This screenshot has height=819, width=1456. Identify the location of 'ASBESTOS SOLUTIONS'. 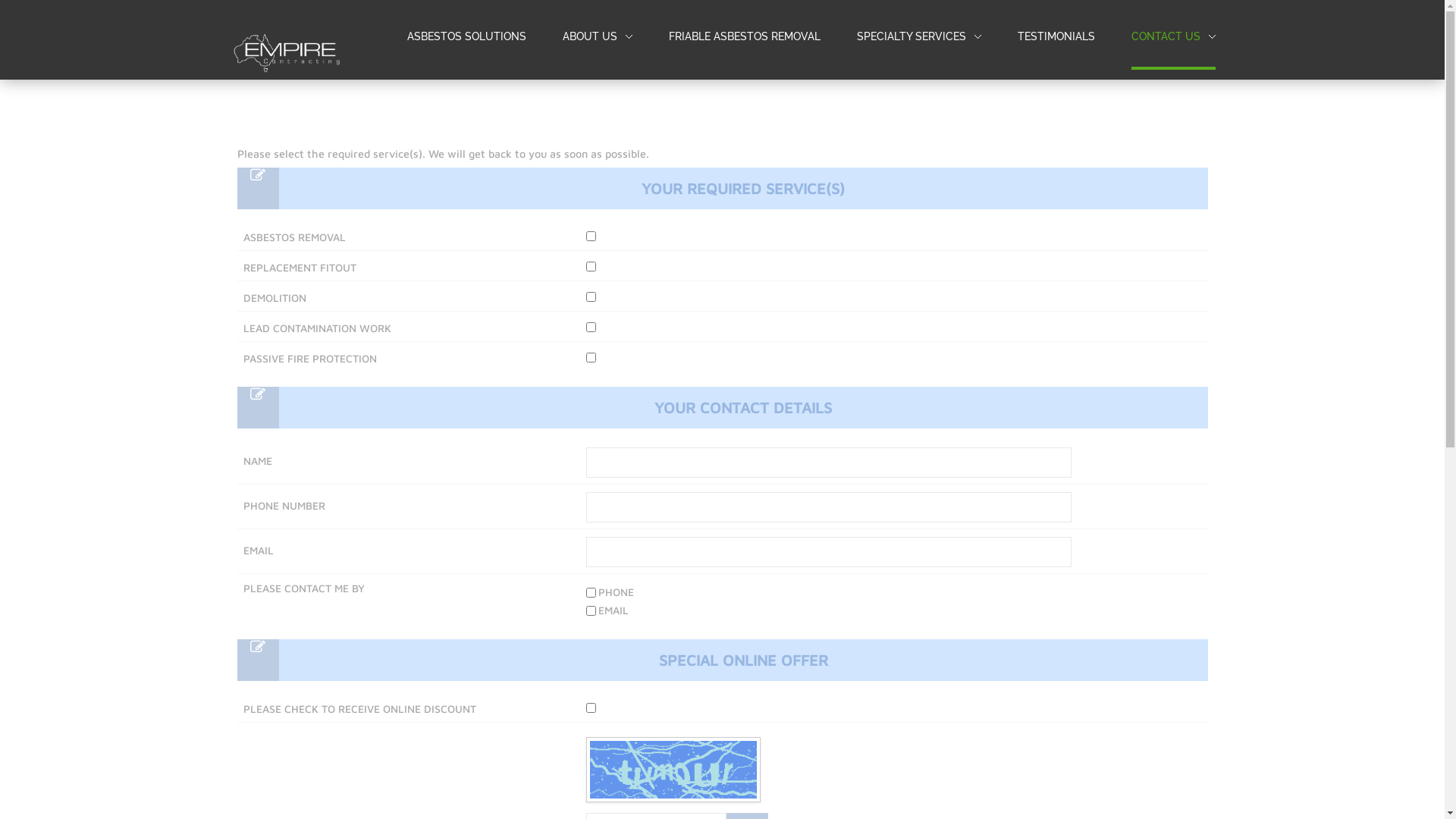
(465, 36).